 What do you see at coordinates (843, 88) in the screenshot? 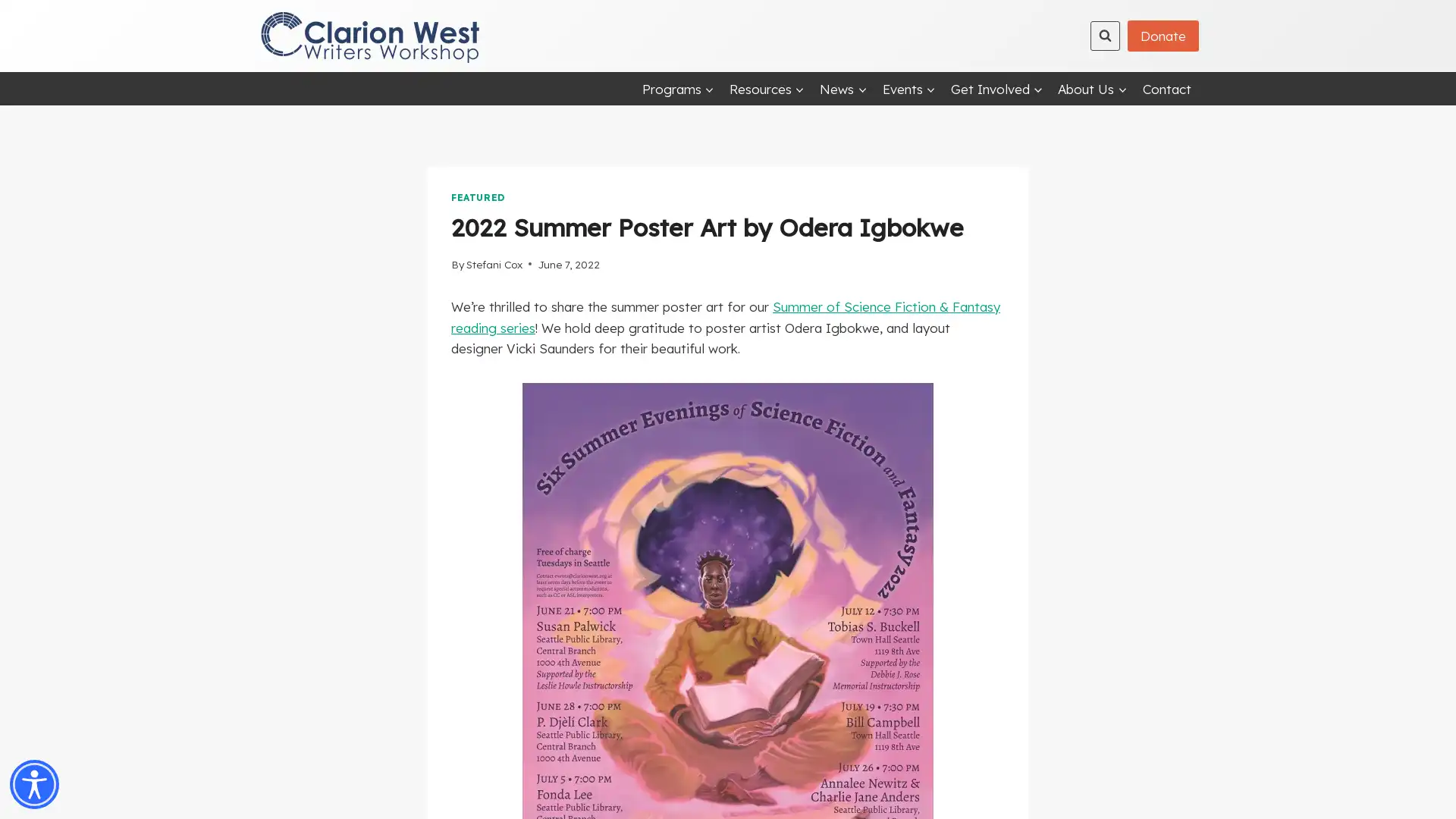
I see `Expand child menu` at bounding box center [843, 88].